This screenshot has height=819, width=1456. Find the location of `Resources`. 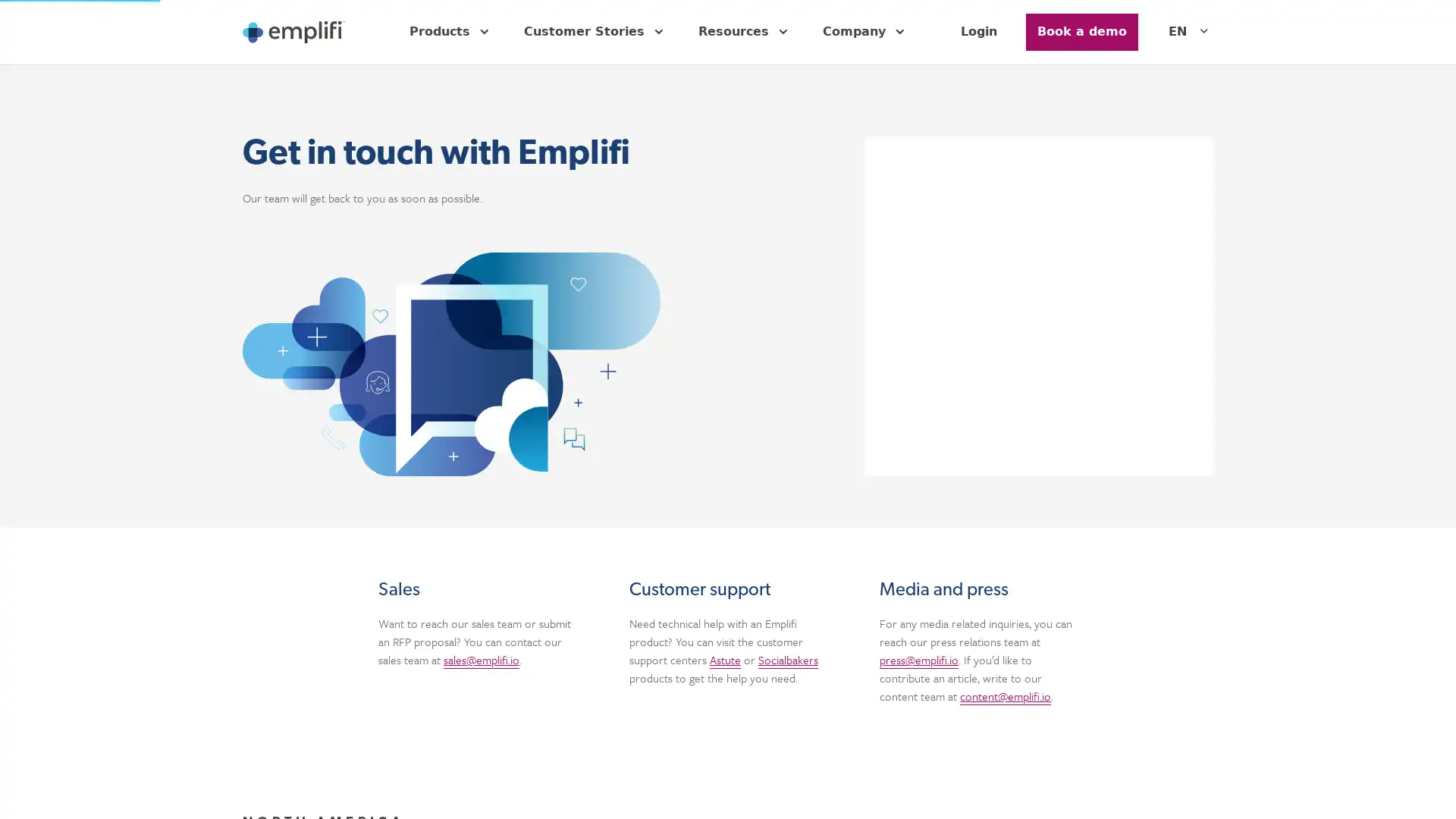

Resources is located at coordinates (745, 32).